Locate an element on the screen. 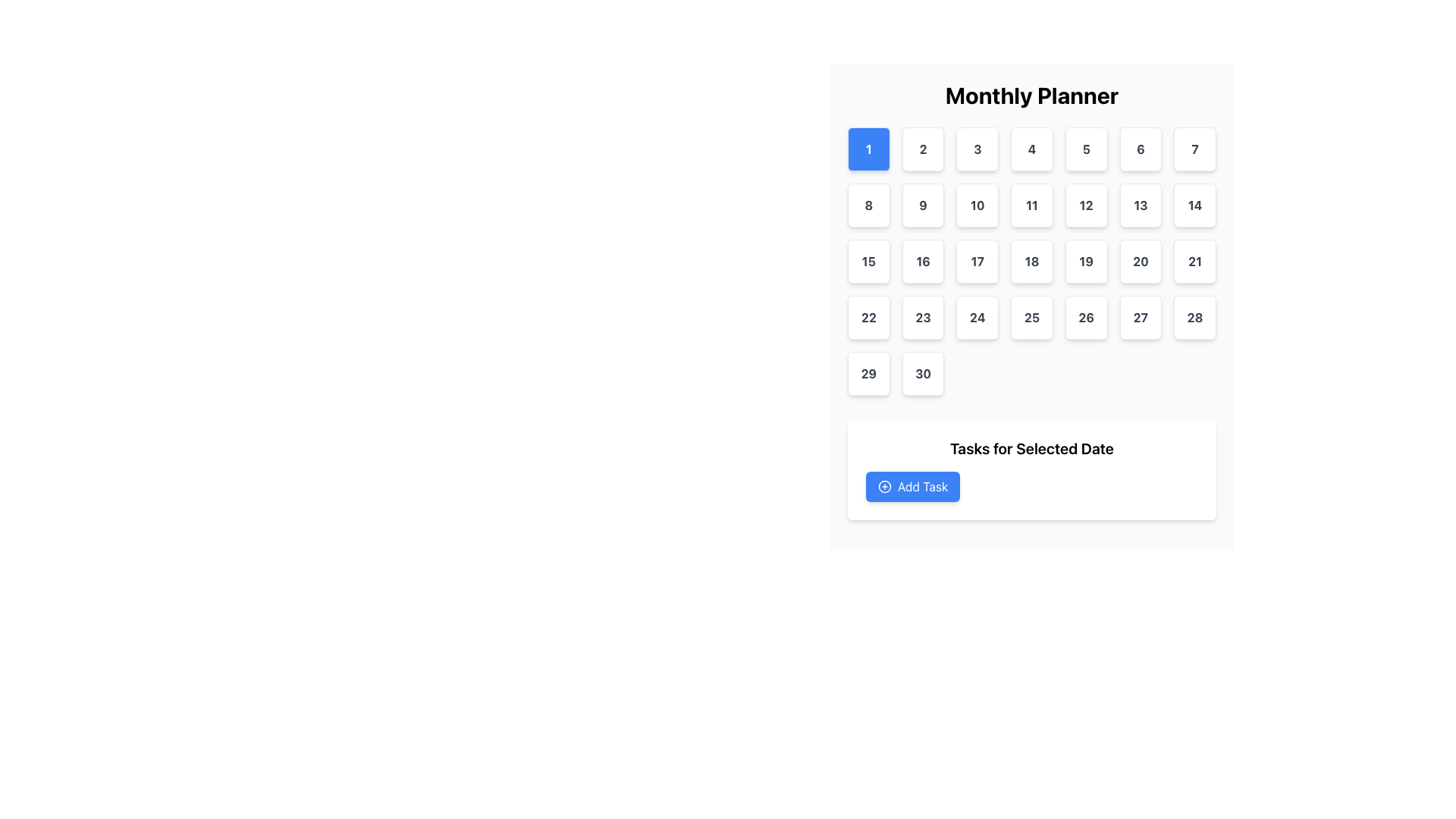 This screenshot has height=819, width=1456. the square button labeled '4' with a white background and black bold text to change its background color is located at coordinates (1031, 149).